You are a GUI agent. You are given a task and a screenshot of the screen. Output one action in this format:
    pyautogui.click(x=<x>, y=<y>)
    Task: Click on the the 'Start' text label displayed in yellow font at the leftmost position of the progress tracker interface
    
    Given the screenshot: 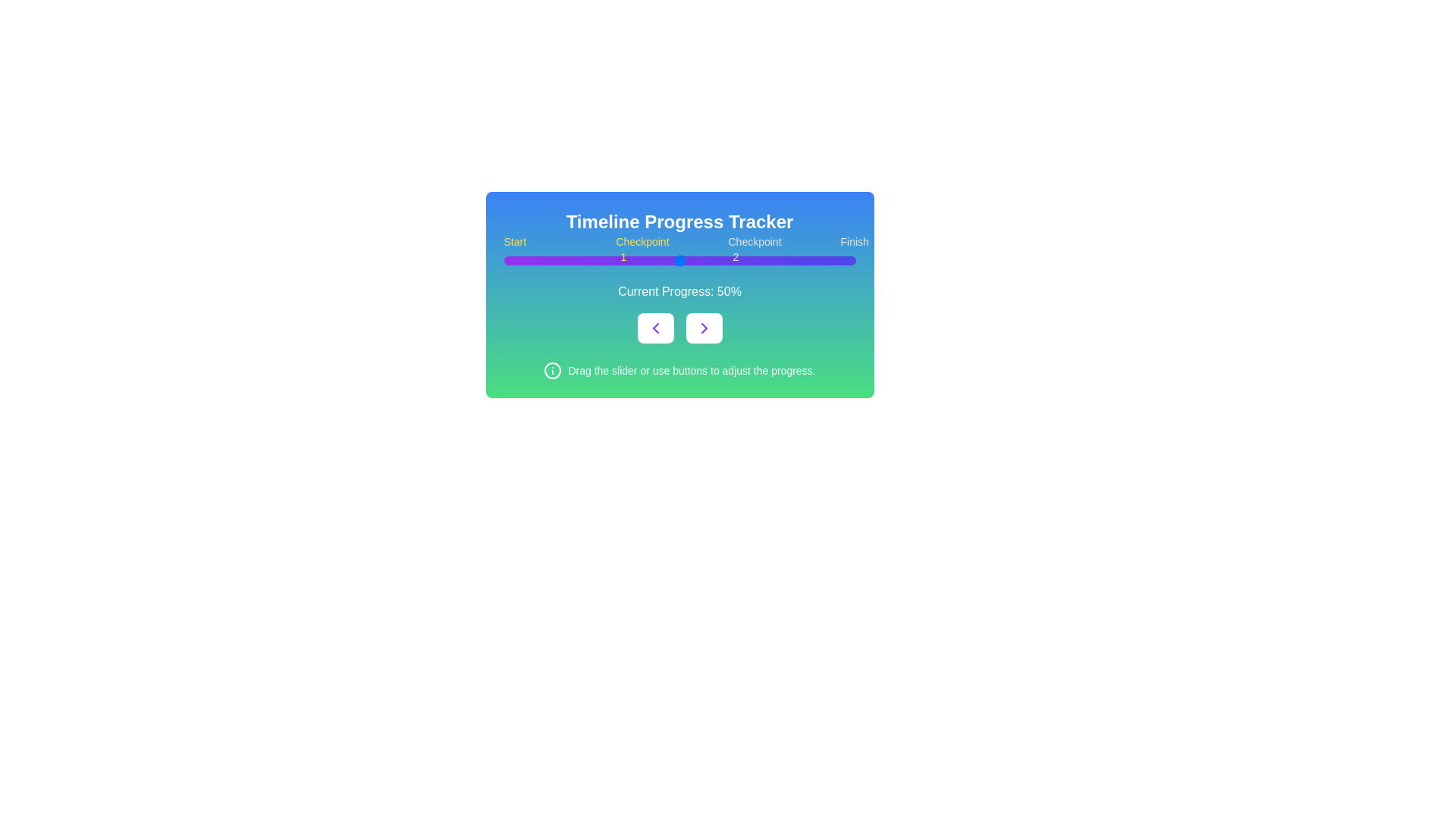 What is the action you would take?
    pyautogui.click(x=511, y=248)
    